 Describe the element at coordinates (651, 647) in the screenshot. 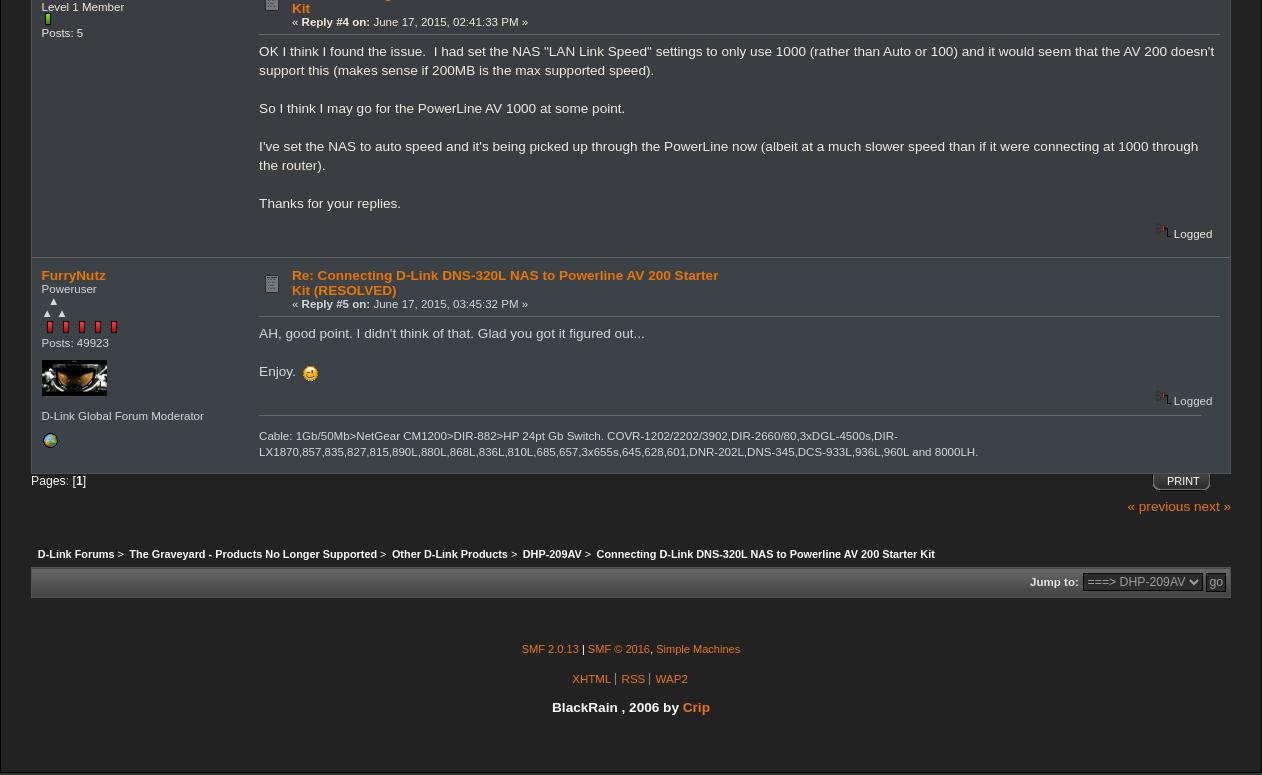

I see `','` at that location.